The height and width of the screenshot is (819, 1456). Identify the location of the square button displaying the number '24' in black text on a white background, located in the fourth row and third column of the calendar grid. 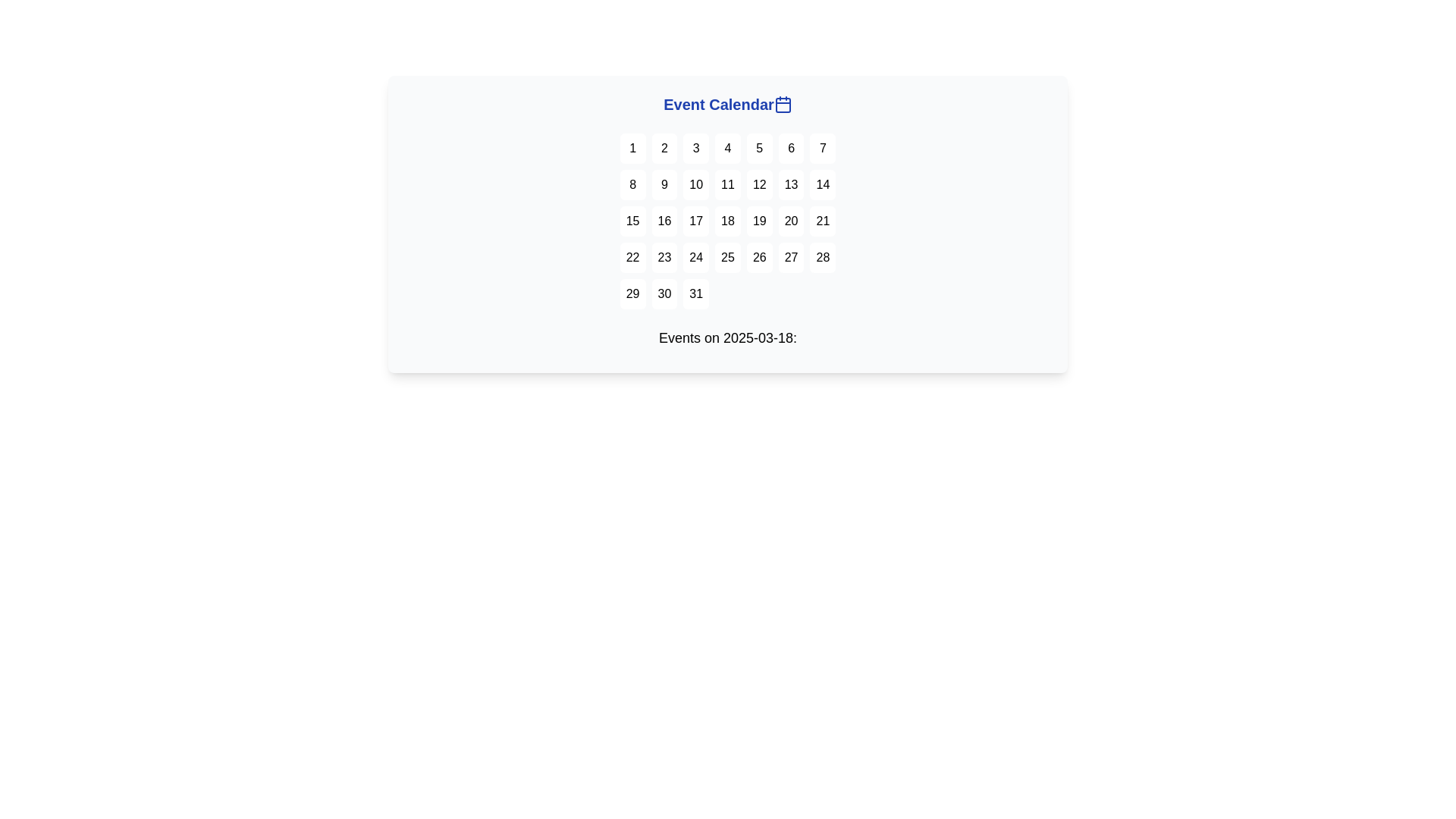
(695, 256).